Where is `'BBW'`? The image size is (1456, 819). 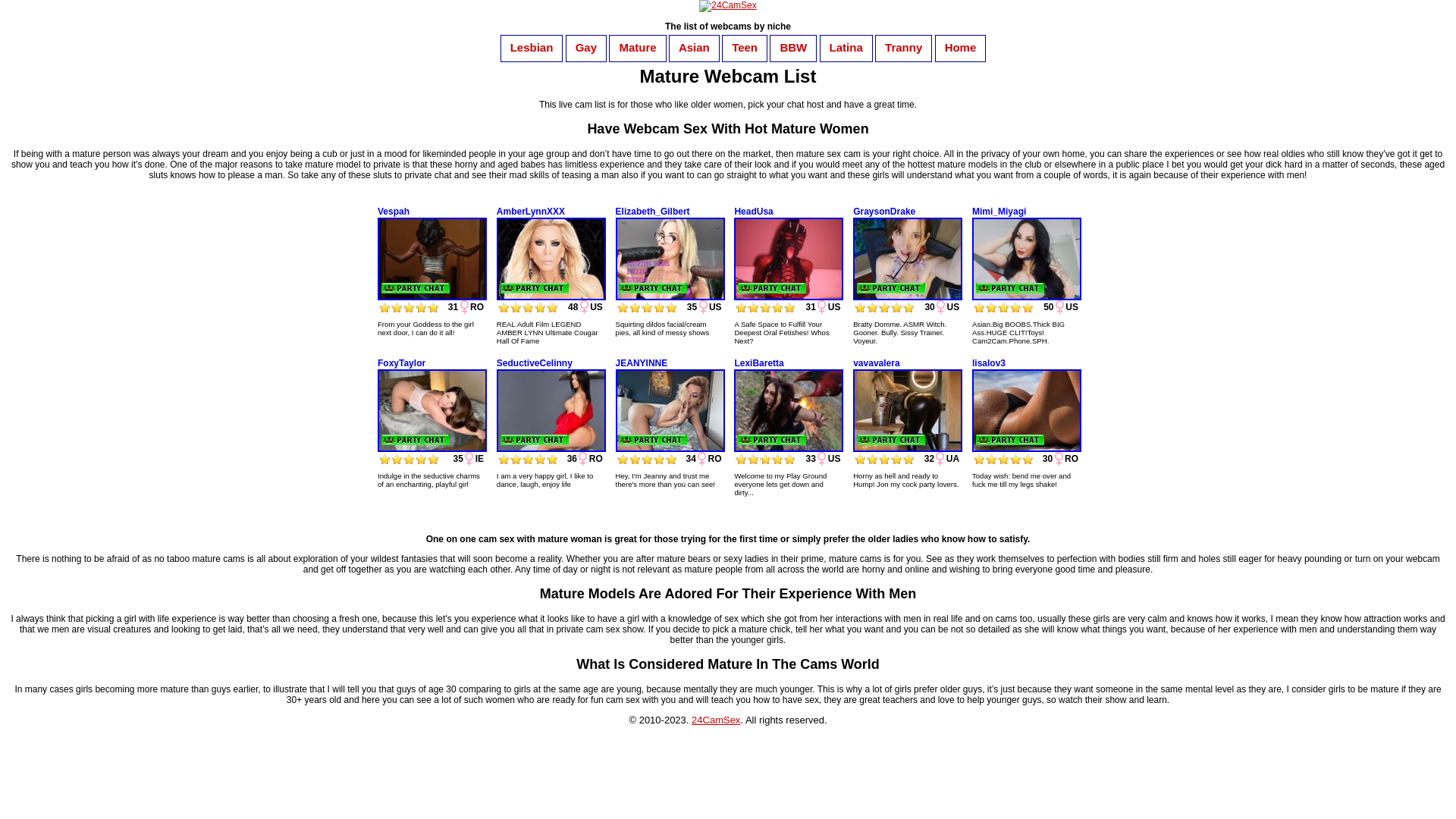
'BBW' is located at coordinates (792, 46).